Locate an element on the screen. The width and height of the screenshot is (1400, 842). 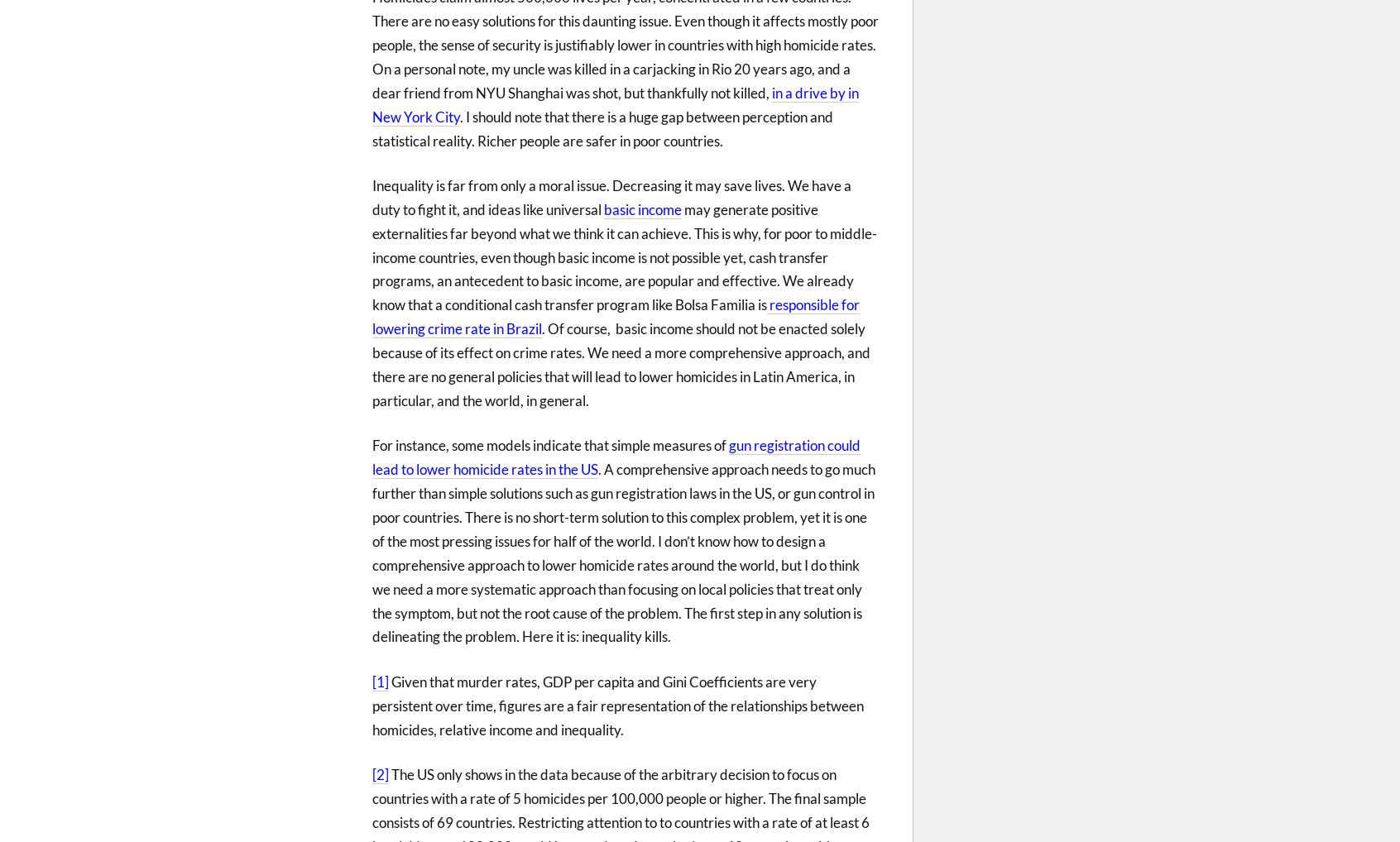
'[1]' is located at coordinates (380, 680).